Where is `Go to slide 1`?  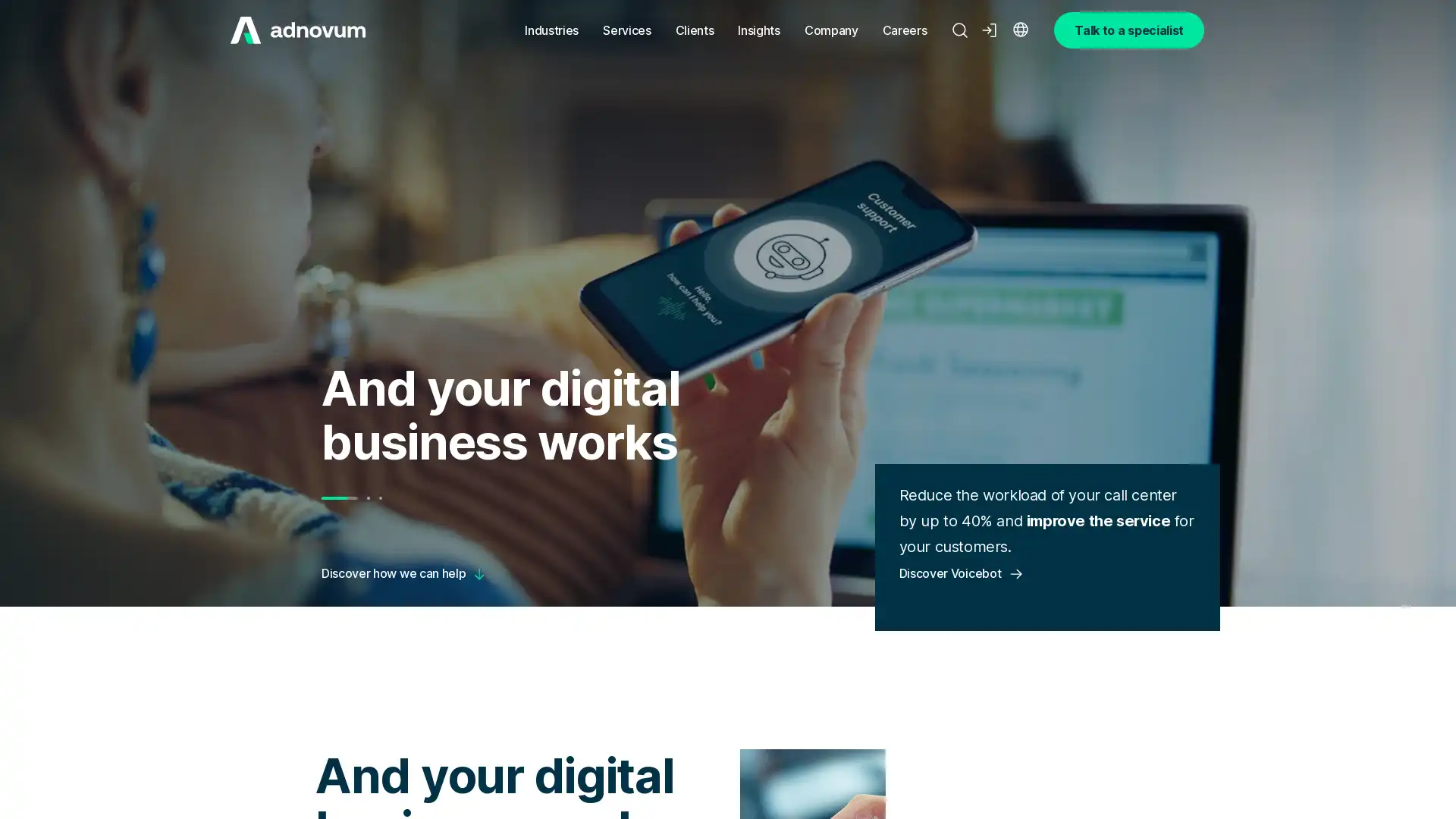
Go to slide 1 is located at coordinates (337, 497).